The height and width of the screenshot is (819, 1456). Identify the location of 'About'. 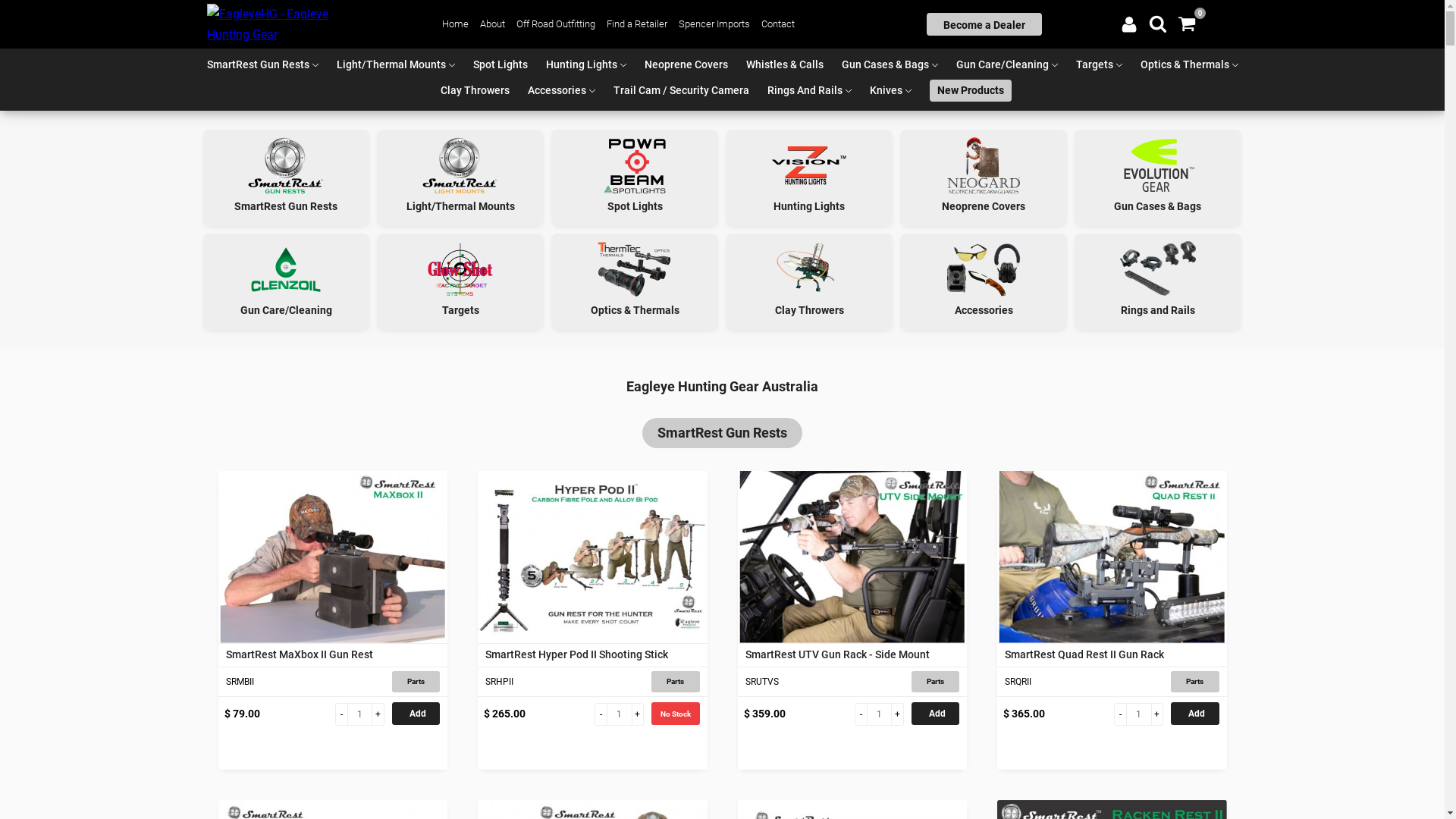
(492, 24).